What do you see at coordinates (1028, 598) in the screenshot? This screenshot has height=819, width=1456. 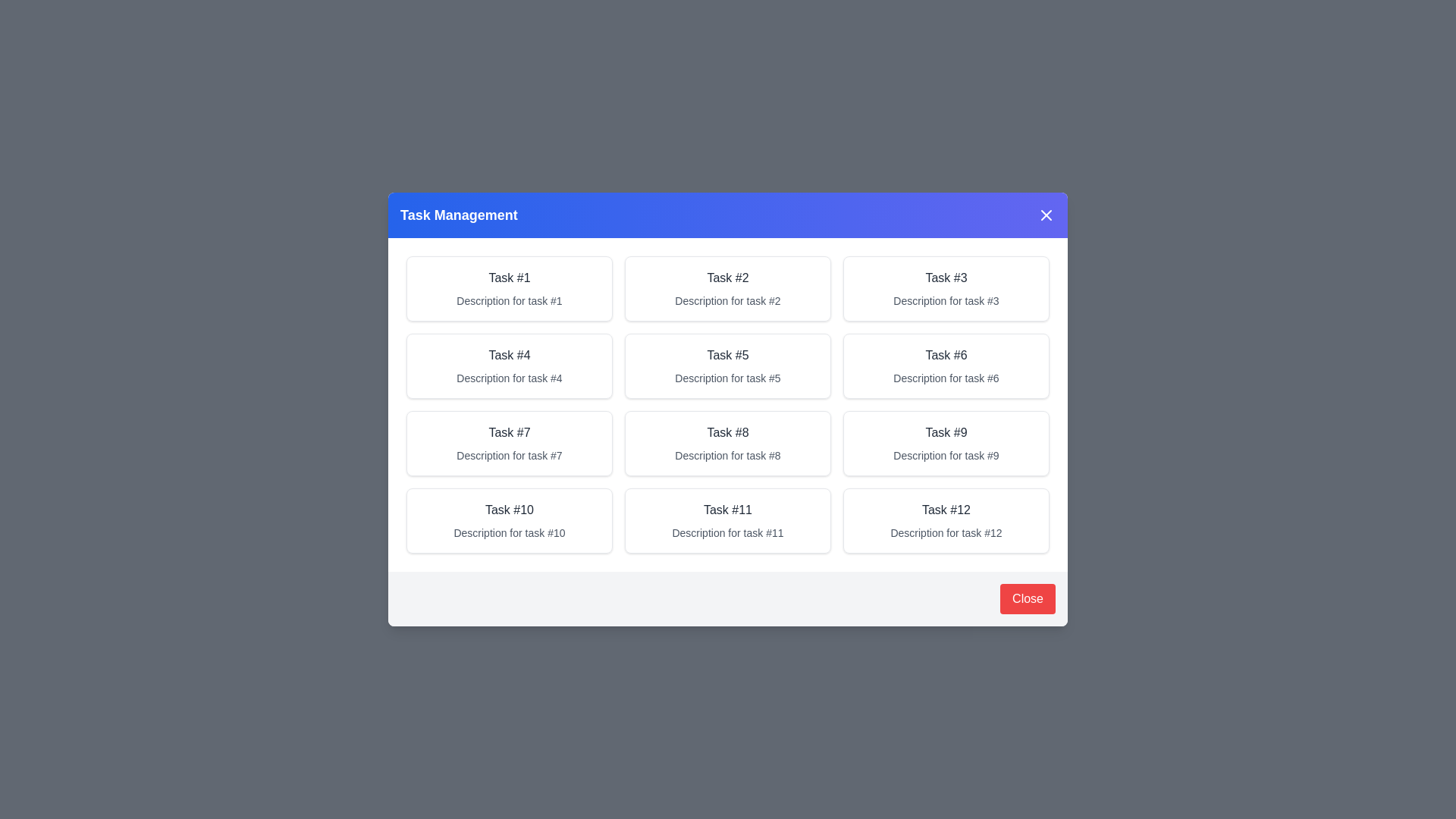 I see `the close button in the footer to close the dialog` at bounding box center [1028, 598].